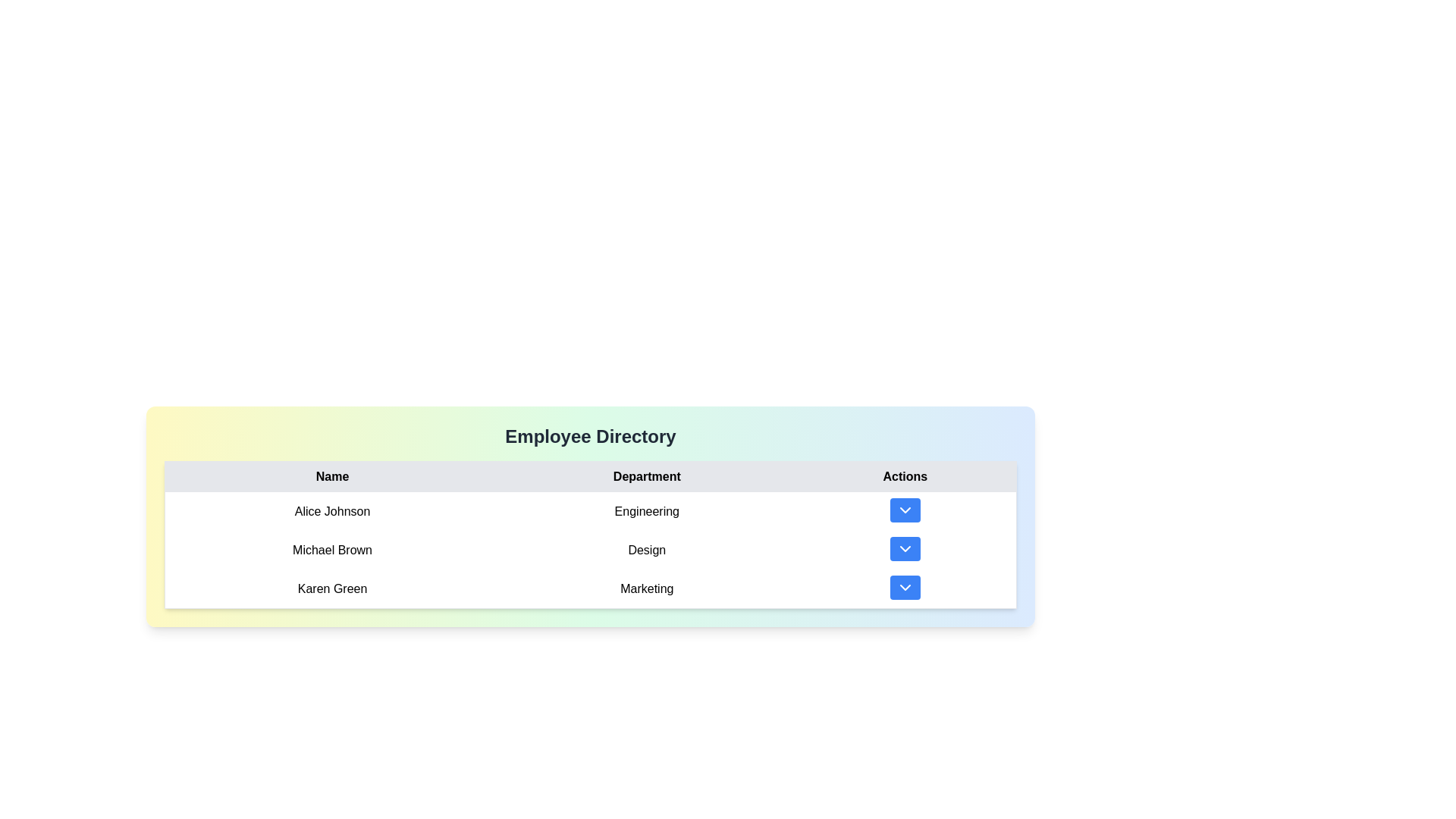 Image resolution: width=1456 pixels, height=819 pixels. Describe the element at coordinates (905, 587) in the screenshot. I see `the blue button with a downward-pointing chevron icon located in the 'Actions' column of the 'Marketing' row` at that location.